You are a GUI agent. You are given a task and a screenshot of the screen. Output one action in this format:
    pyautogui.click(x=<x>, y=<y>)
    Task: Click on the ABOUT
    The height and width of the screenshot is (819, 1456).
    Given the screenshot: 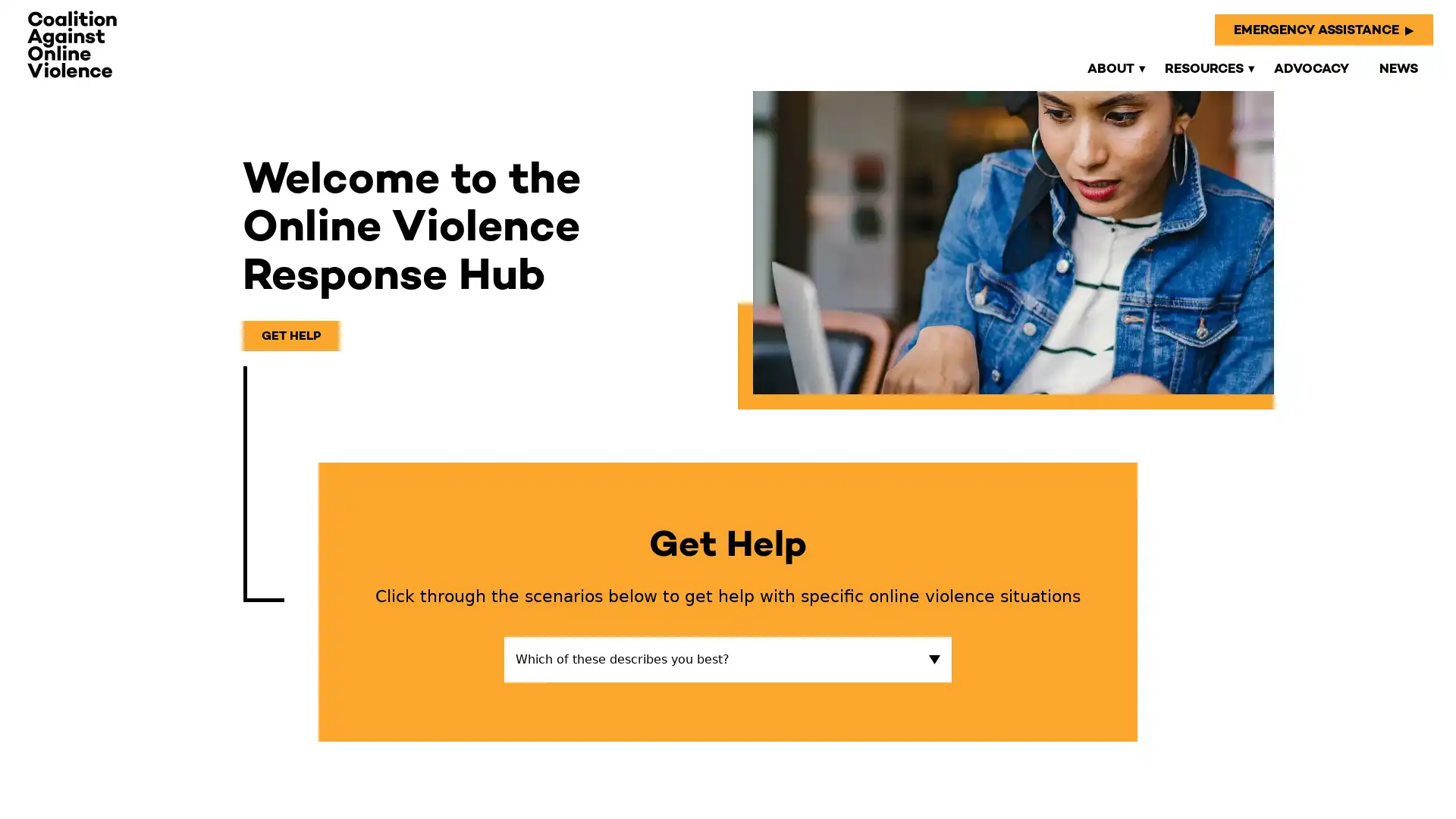 What is the action you would take?
    pyautogui.click(x=1110, y=67)
    